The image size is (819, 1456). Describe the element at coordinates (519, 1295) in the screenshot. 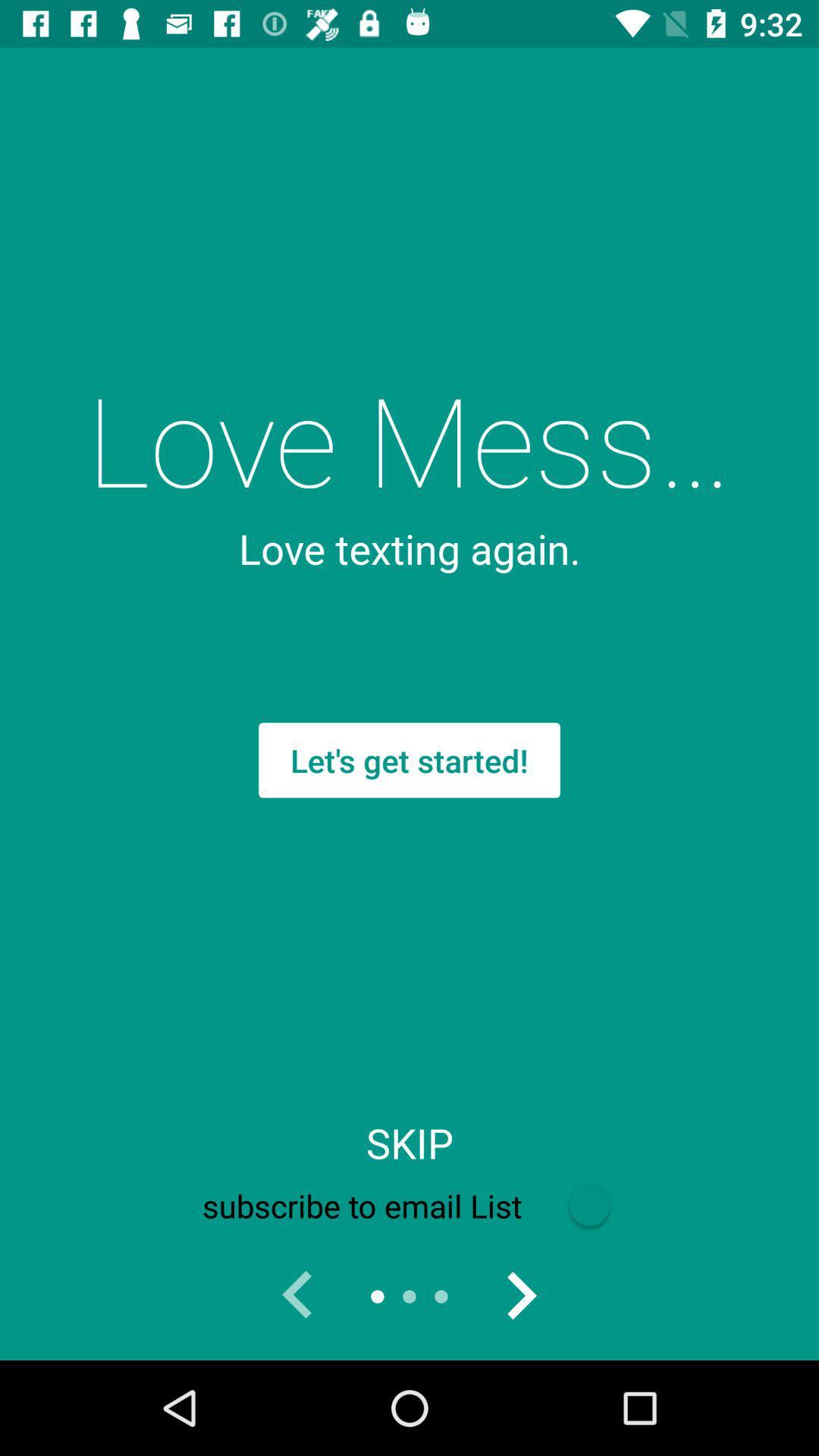

I see `icon below subscribe to email item` at that location.